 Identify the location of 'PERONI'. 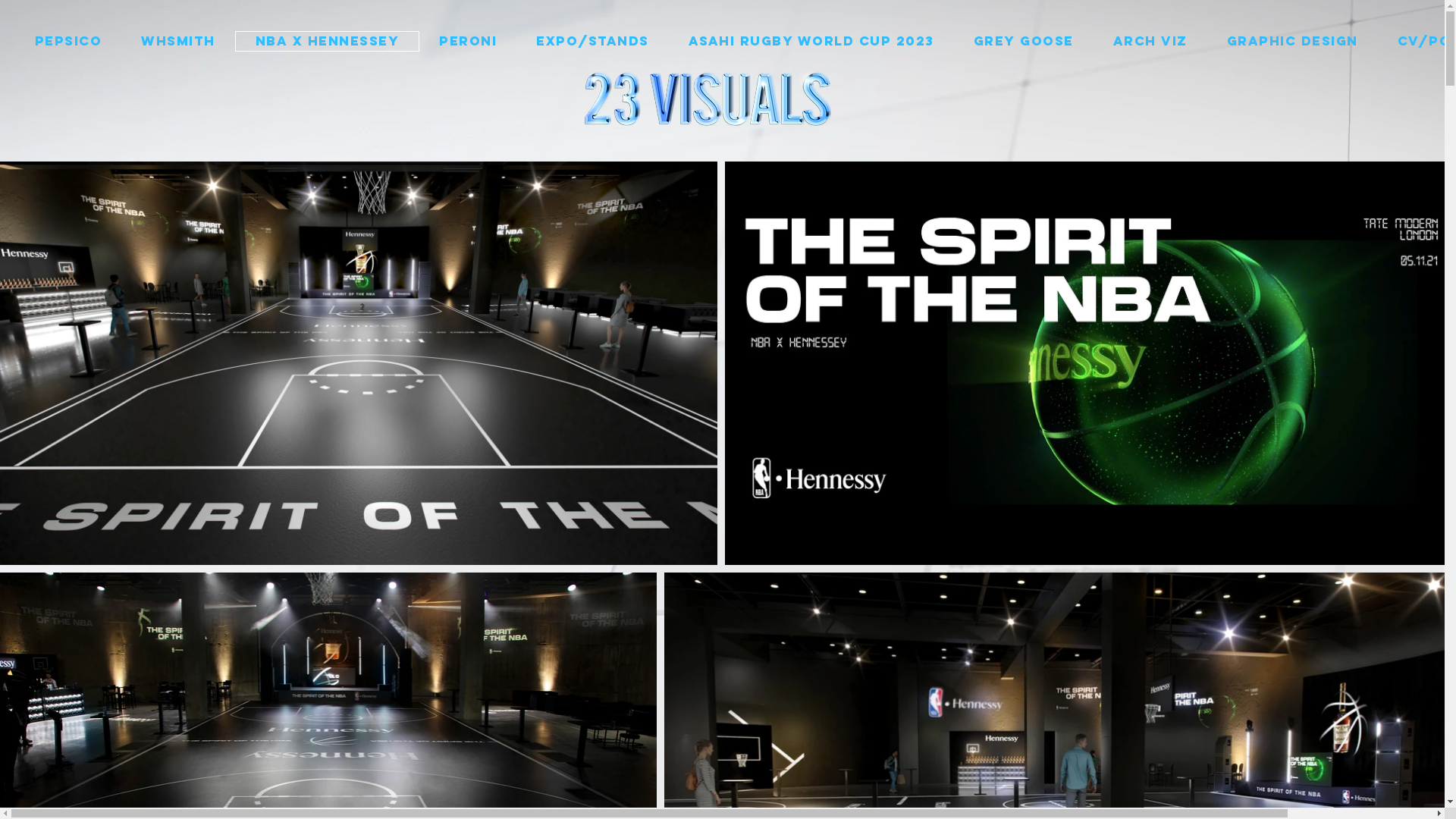
(467, 40).